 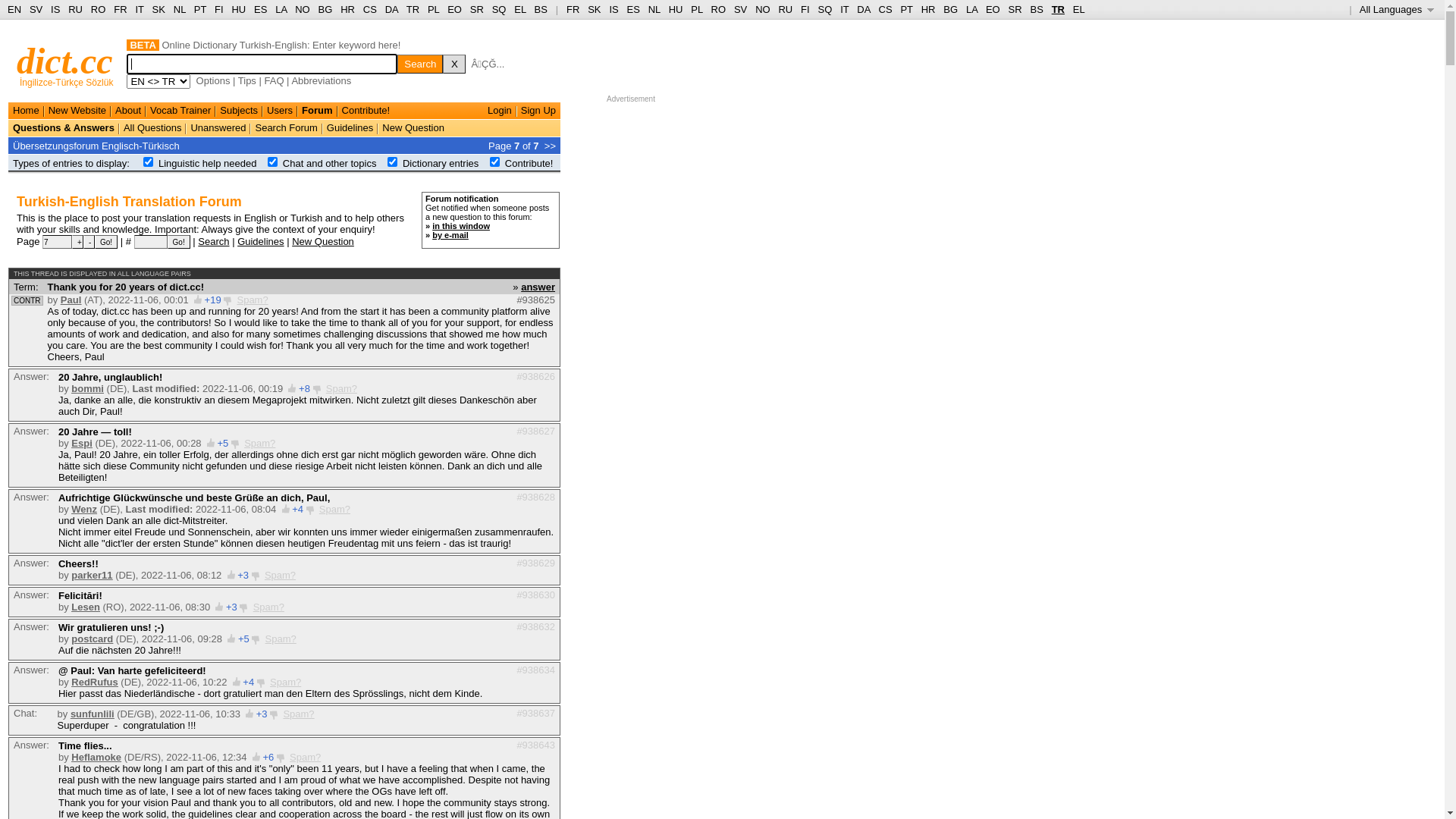 I want to click on 'CS', so click(x=884, y=9).